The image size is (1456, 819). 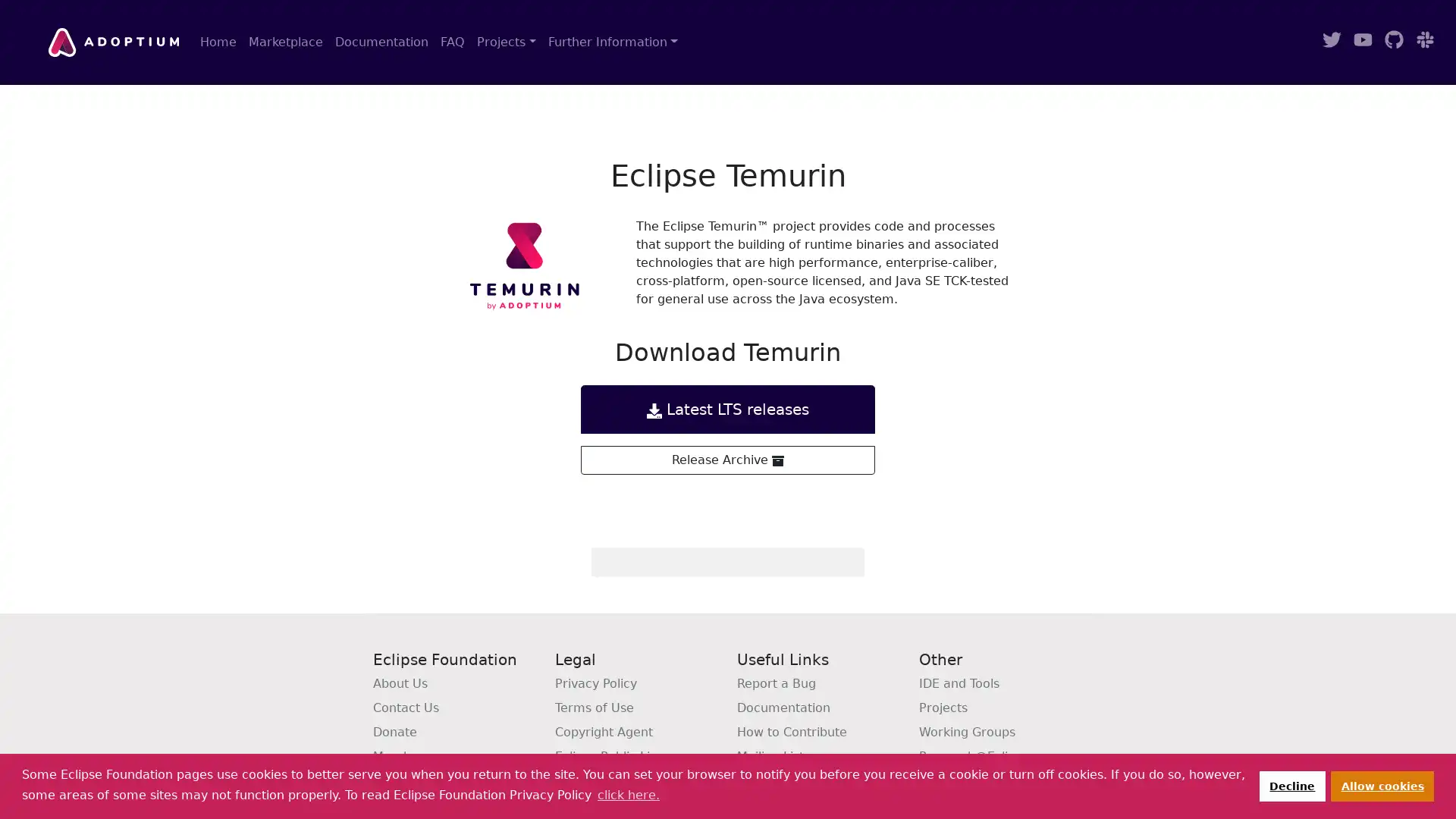 I want to click on allow cookies, so click(x=1382, y=785).